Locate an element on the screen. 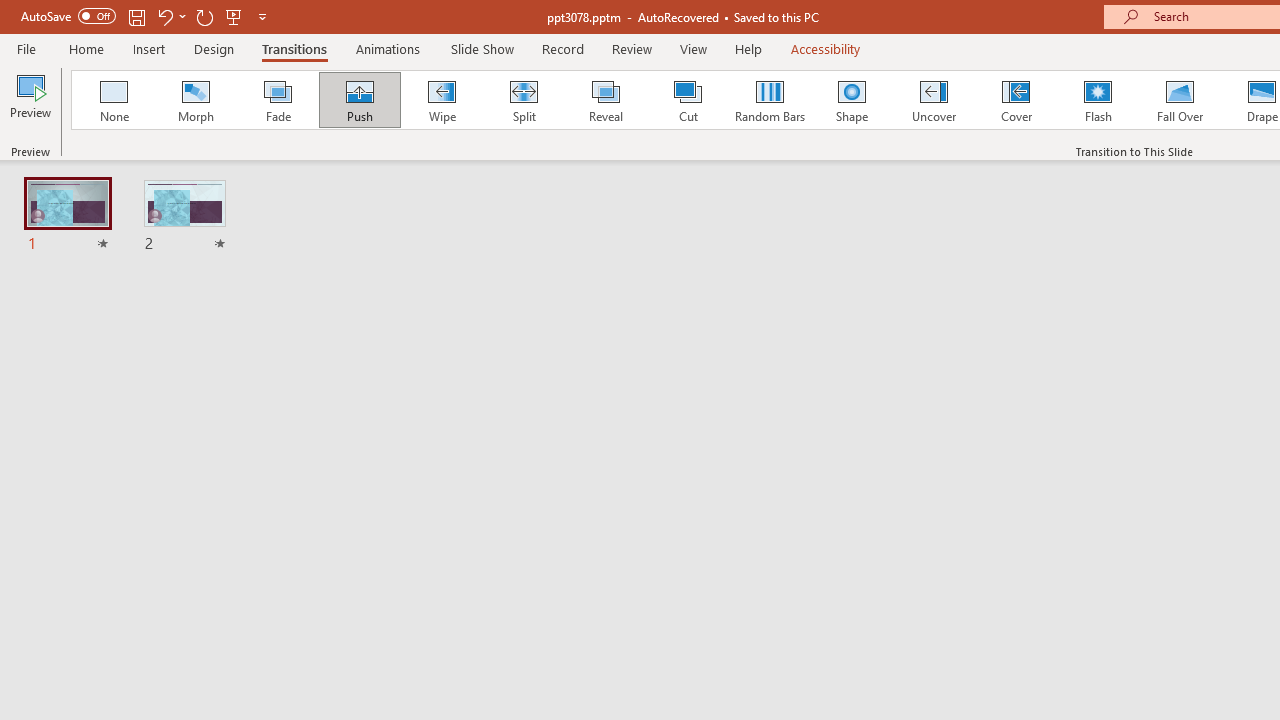 This screenshot has height=720, width=1280. 'Uncover' is located at coordinates (933, 100).